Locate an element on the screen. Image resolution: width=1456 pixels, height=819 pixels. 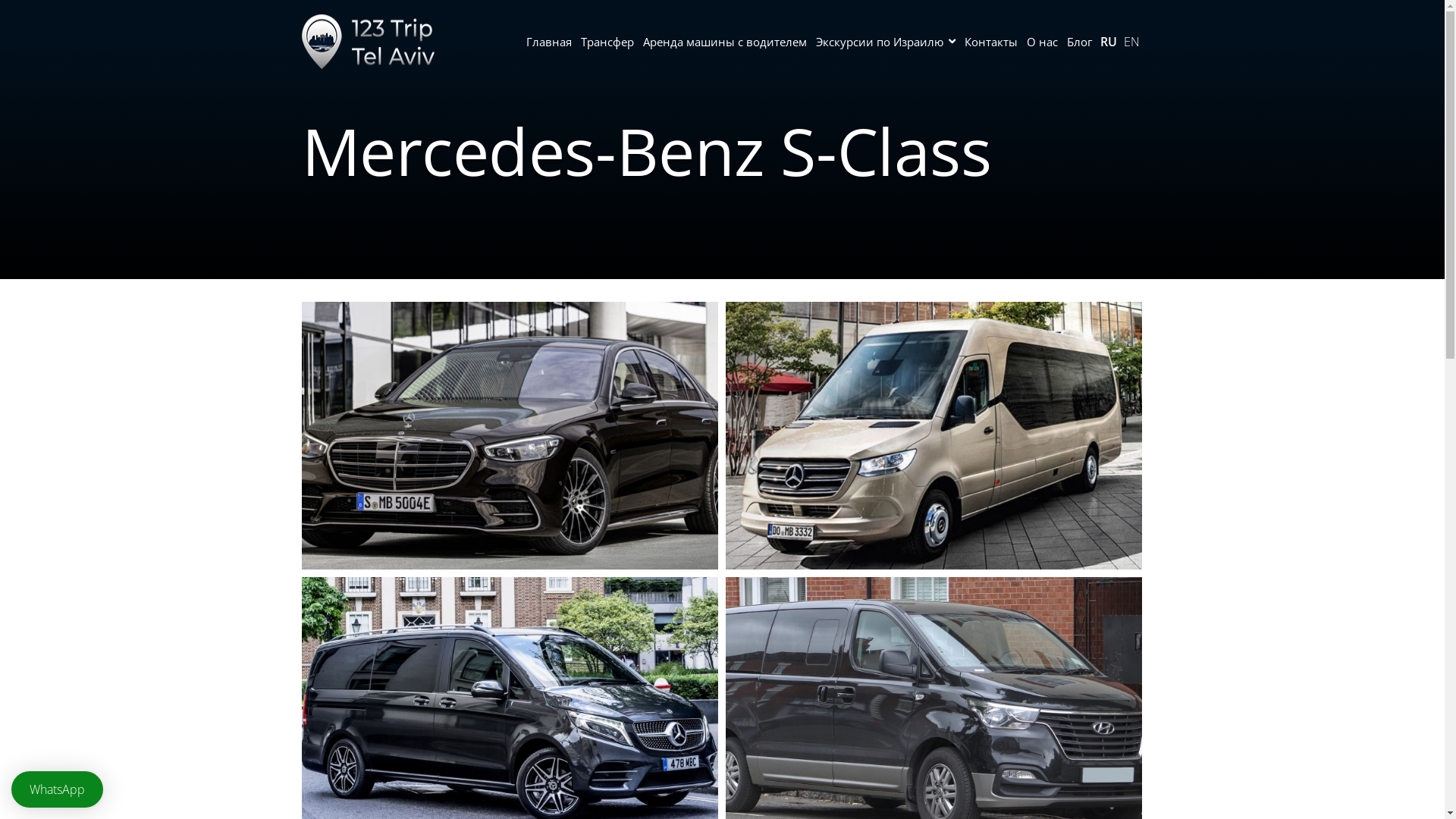
'RU' is located at coordinates (1107, 40).